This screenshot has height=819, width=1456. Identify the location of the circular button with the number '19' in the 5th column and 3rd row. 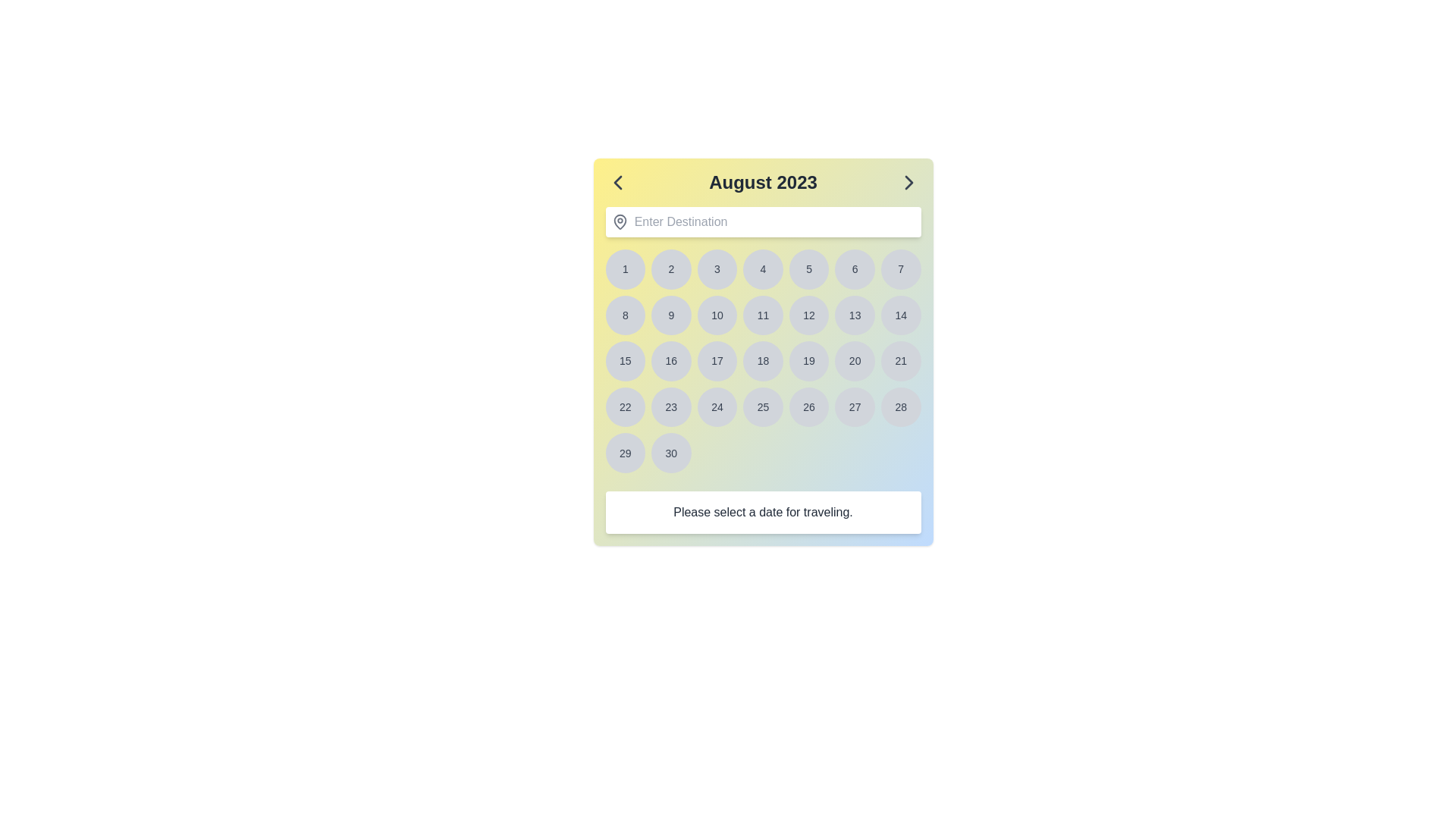
(808, 361).